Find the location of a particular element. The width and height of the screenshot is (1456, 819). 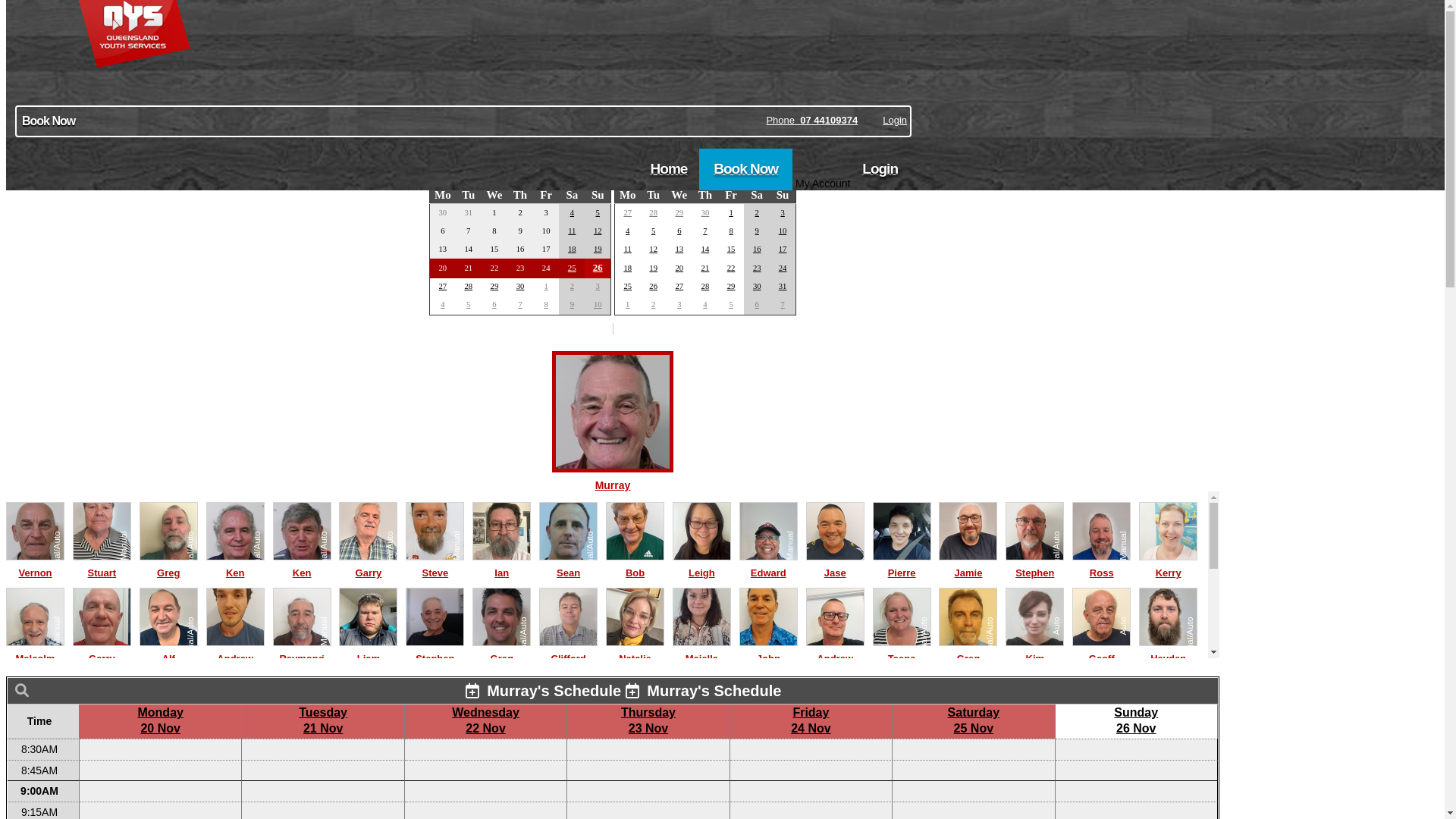

'Thursday is located at coordinates (648, 719).